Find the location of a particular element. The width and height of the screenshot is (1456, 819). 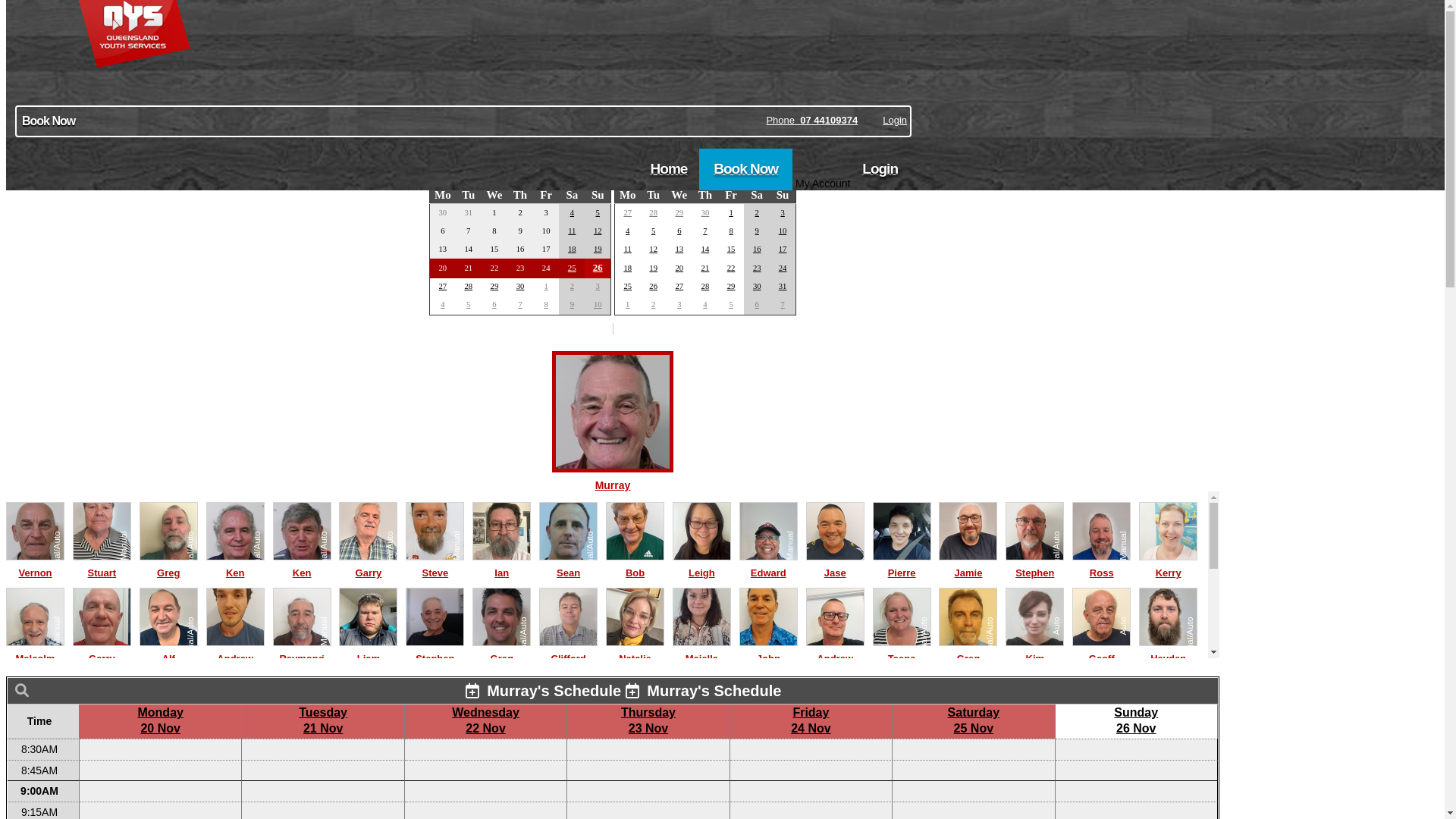

'Thursday is located at coordinates (648, 719).